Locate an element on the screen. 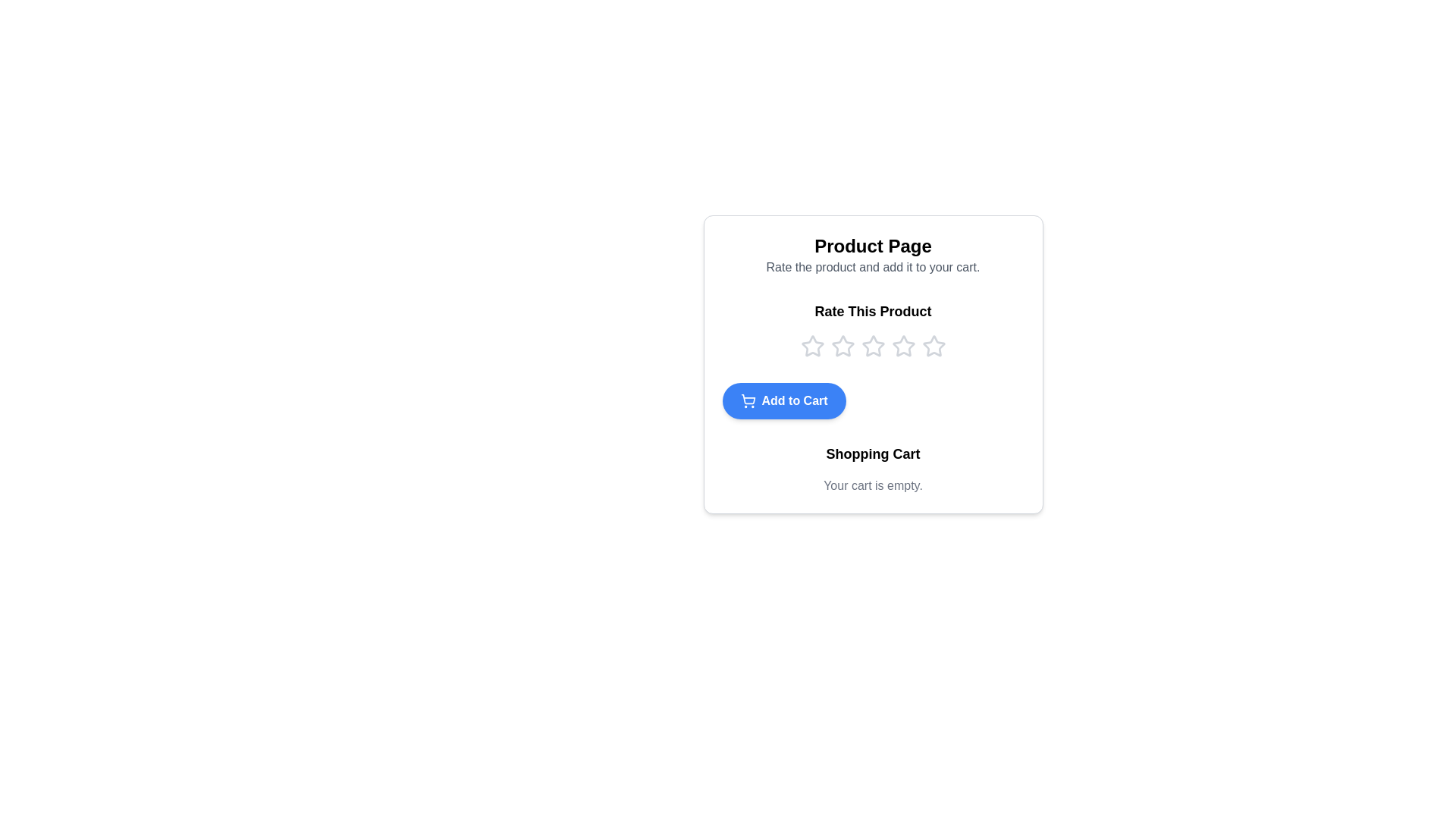 Image resolution: width=1456 pixels, height=819 pixels. the second star icon in the rating section is located at coordinates (842, 346).